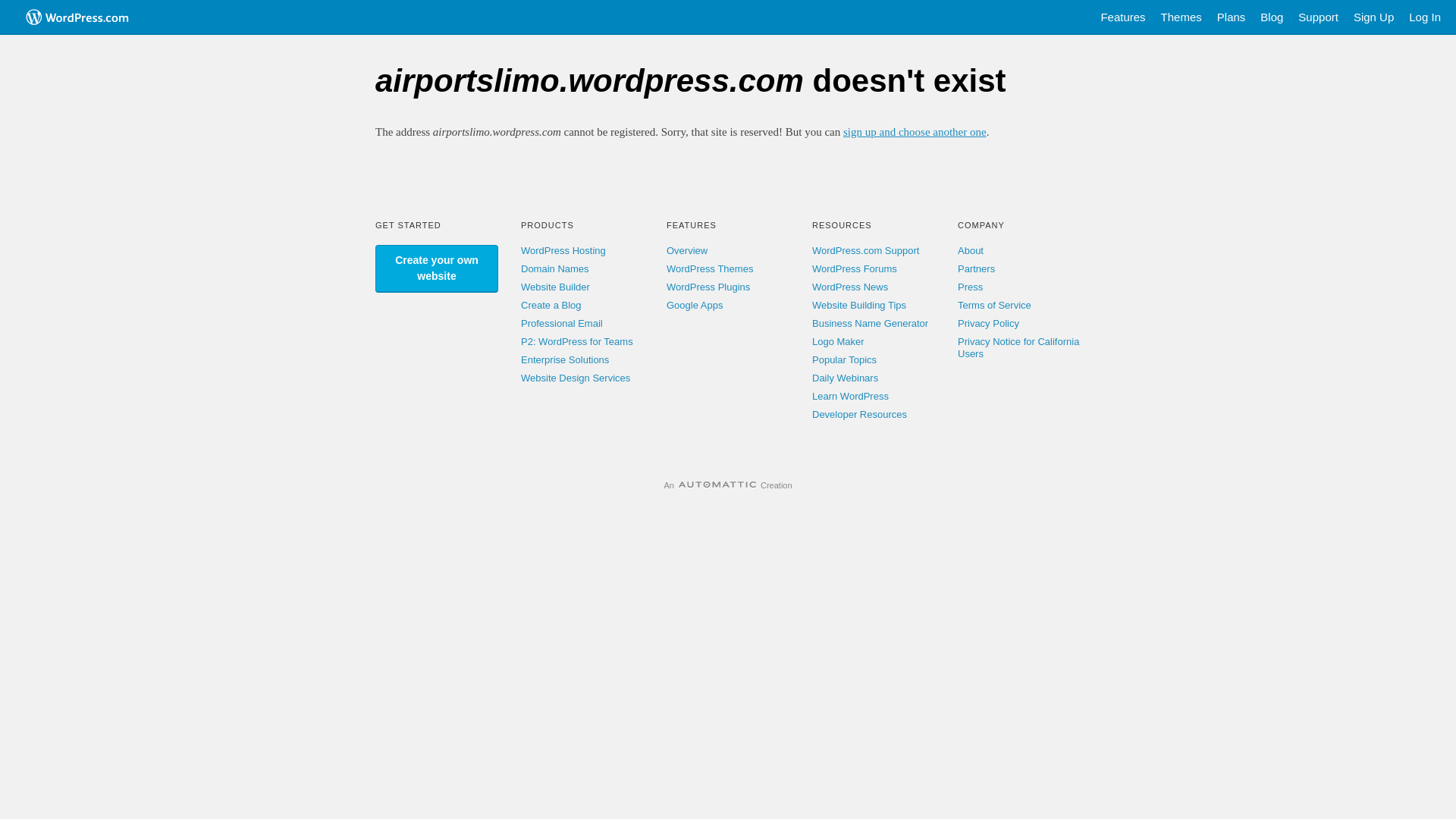 The height and width of the screenshot is (819, 1456). I want to click on 'Developer Resources', so click(859, 414).